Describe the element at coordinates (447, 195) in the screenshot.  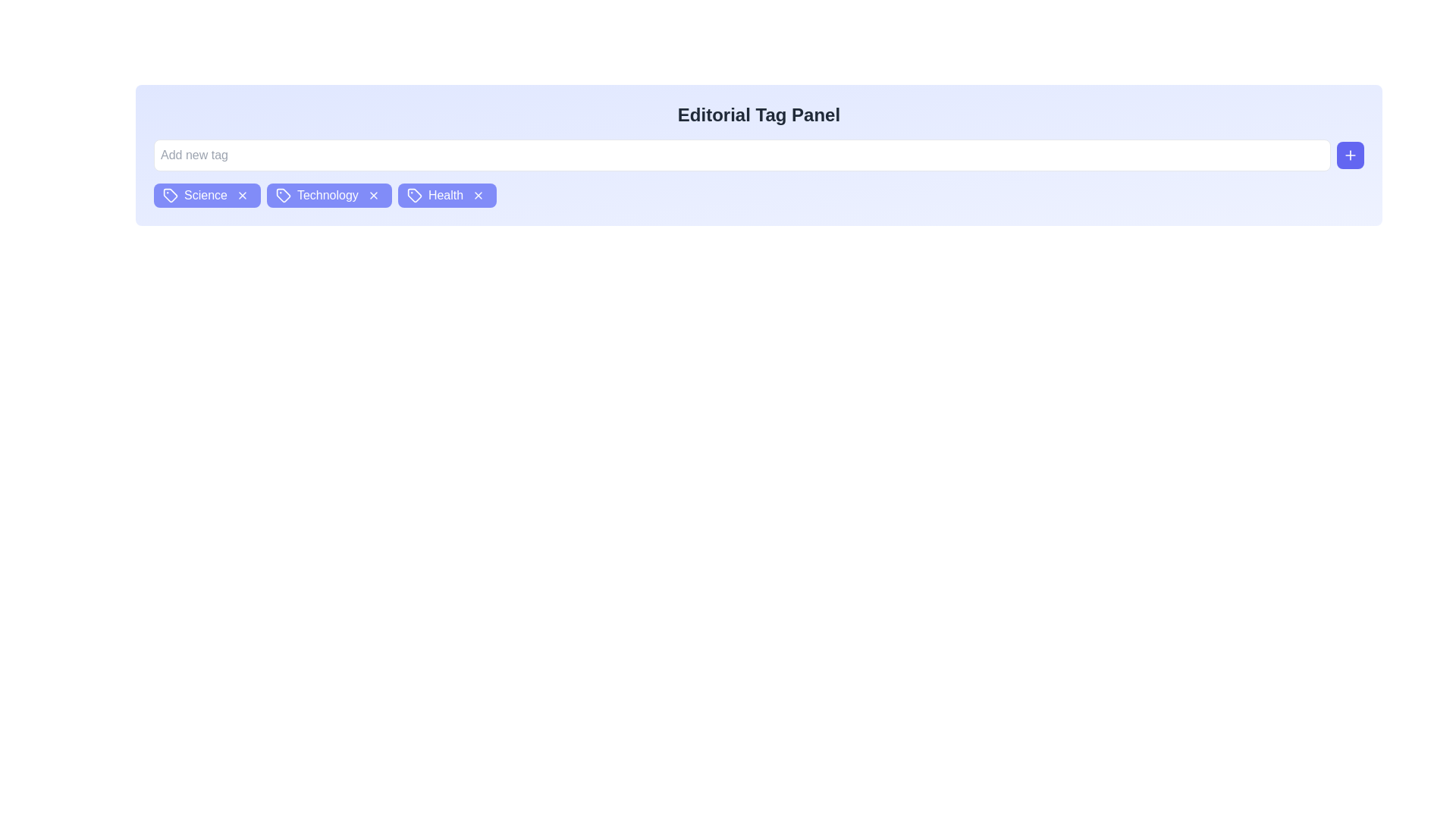
I see `the 'x' close button on the 'Health' tag element` at that location.